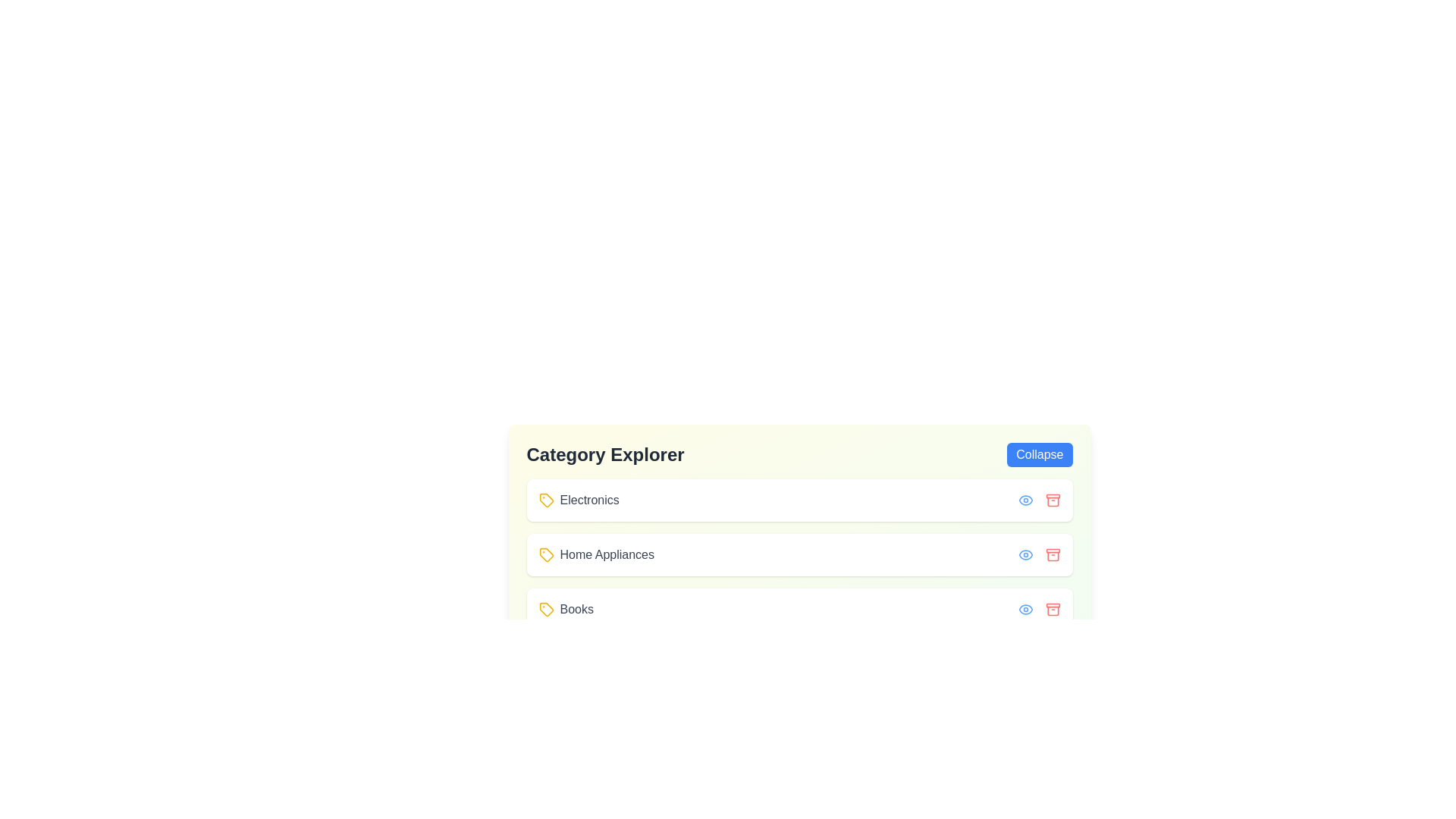 This screenshot has width=1456, height=819. Describe the element at coordinates (1025, 500) in the screenshot. I see `the blue outline eye icon located in the interactive toolbar to the right of the 'Category Explorer' section` at that location.